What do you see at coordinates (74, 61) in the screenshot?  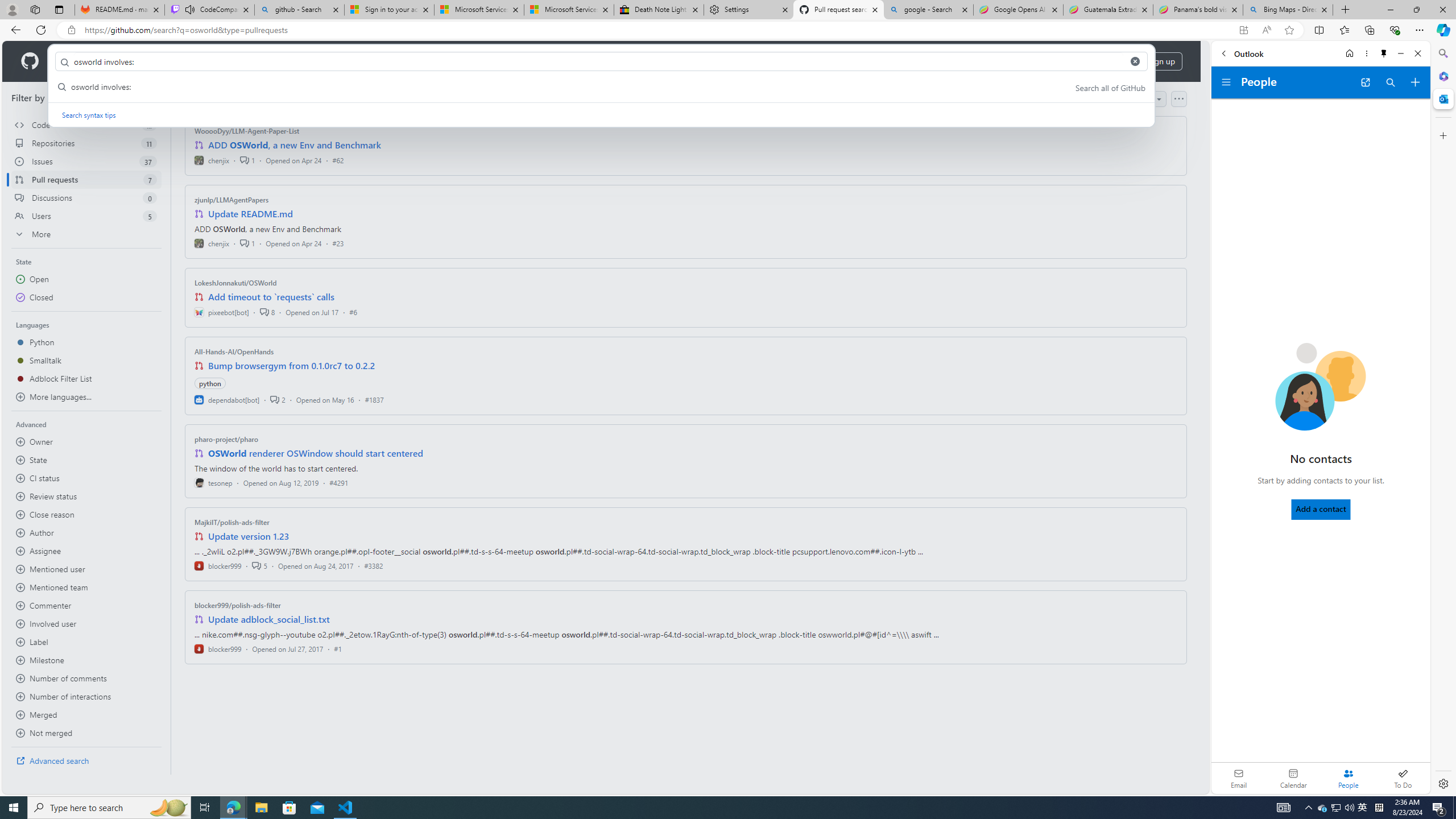 I see `'Product'` at bounding box center [74, 61].